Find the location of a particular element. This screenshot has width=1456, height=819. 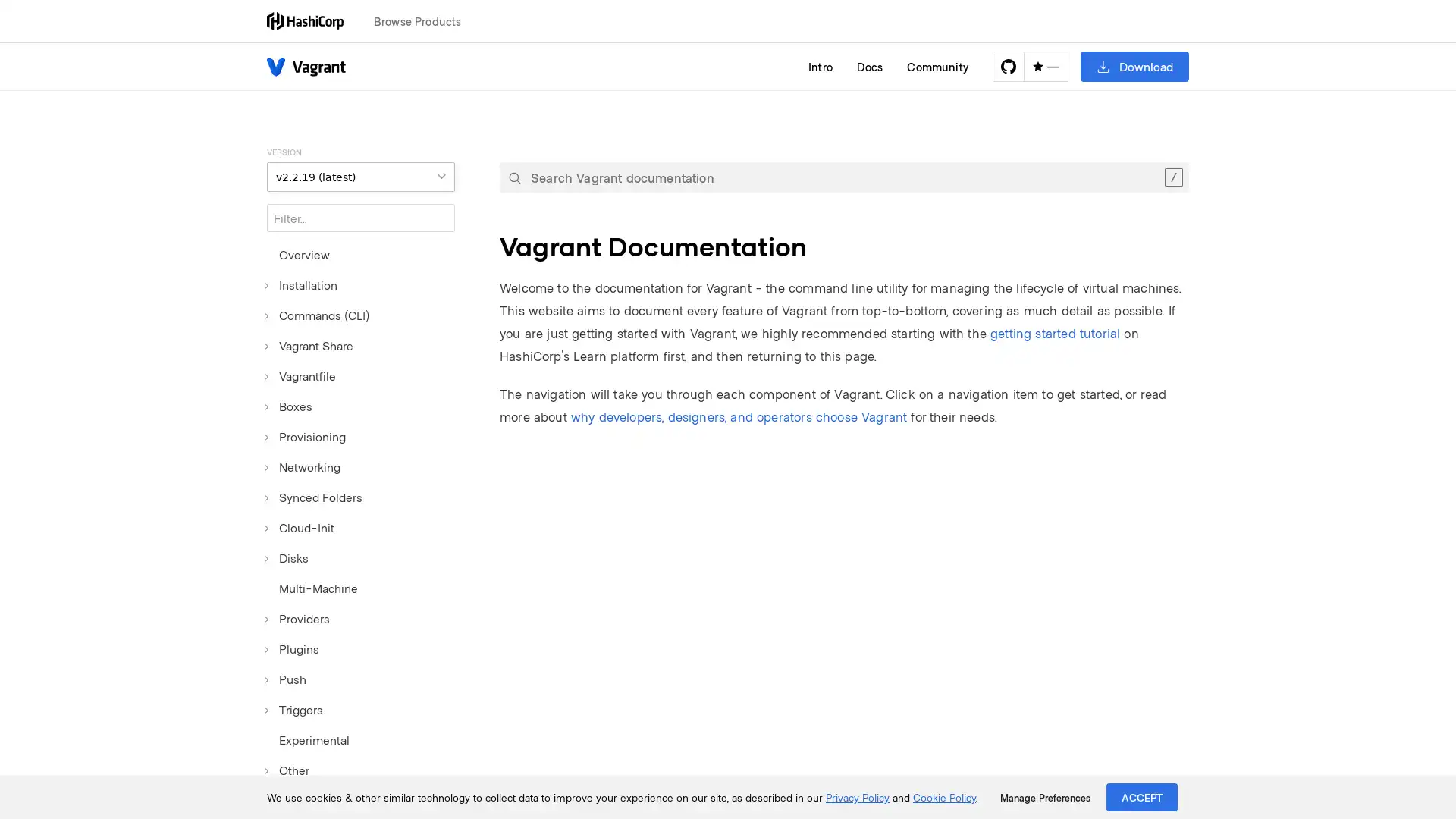

Installation is located at coordinates (302, 284).